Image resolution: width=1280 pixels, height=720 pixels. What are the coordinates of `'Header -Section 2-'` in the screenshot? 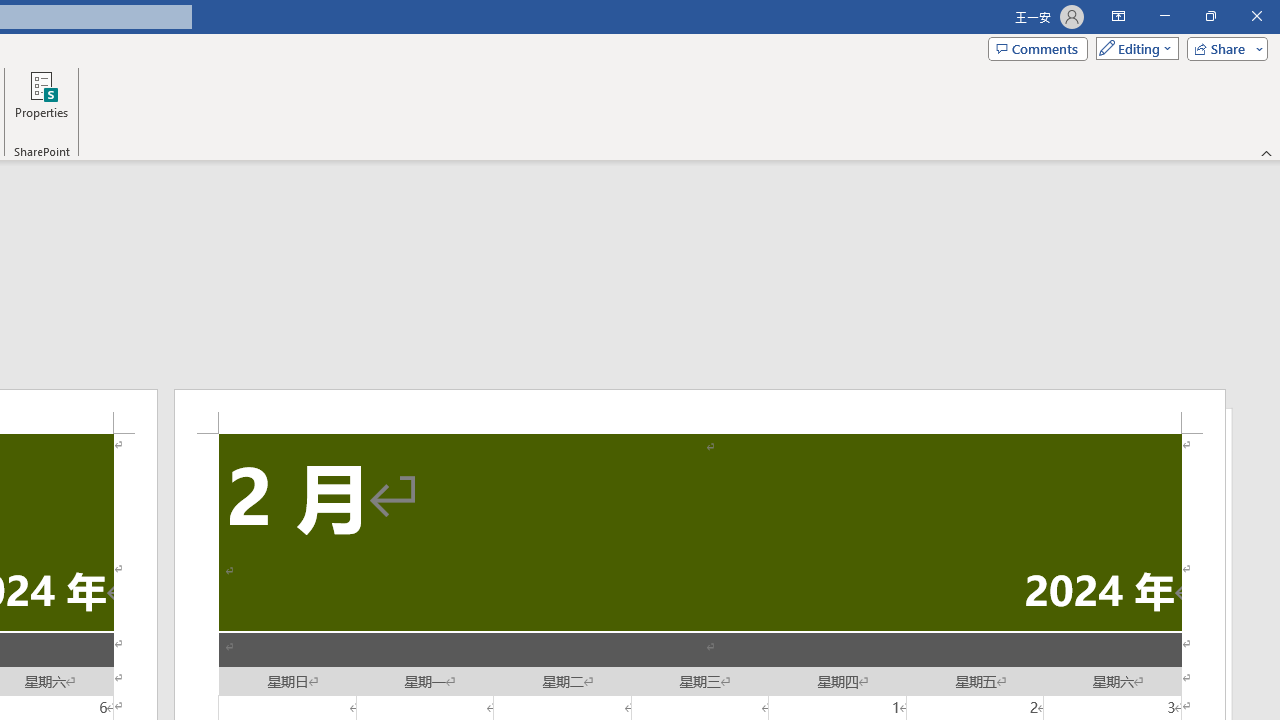 It's located at (700, 410).